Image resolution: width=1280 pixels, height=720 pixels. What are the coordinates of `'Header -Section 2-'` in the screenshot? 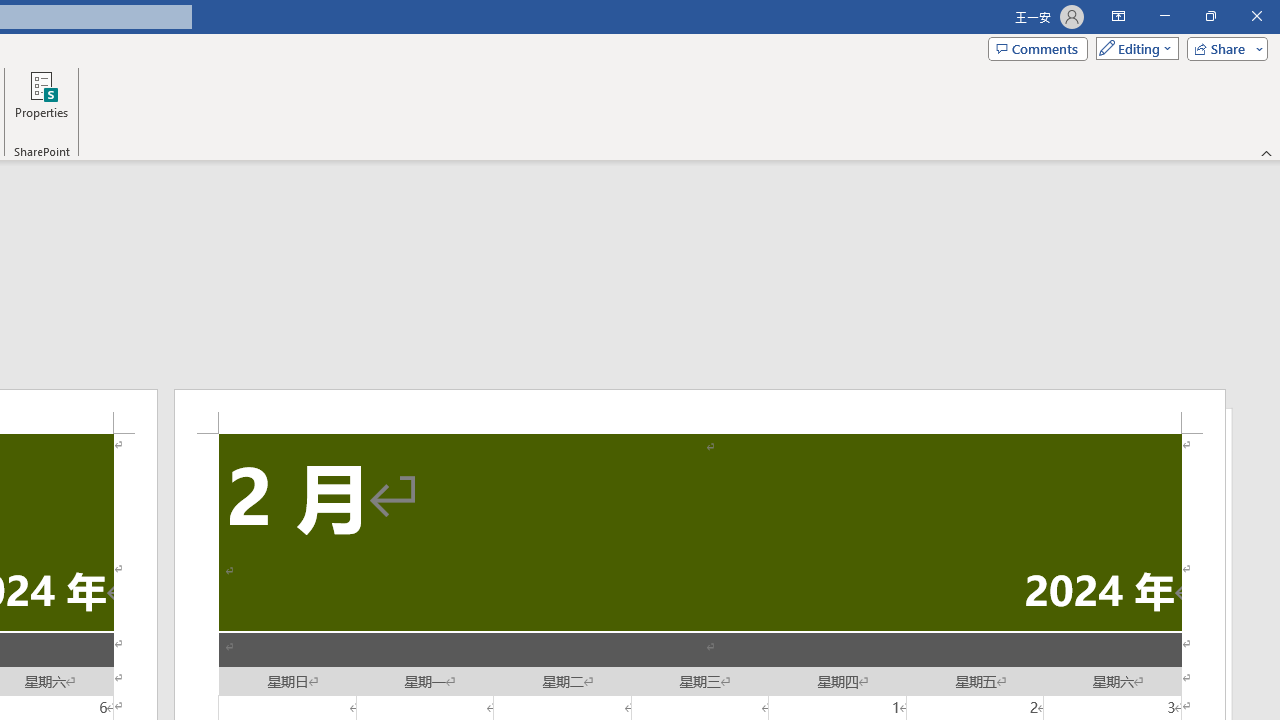 It's located at (700, 410).